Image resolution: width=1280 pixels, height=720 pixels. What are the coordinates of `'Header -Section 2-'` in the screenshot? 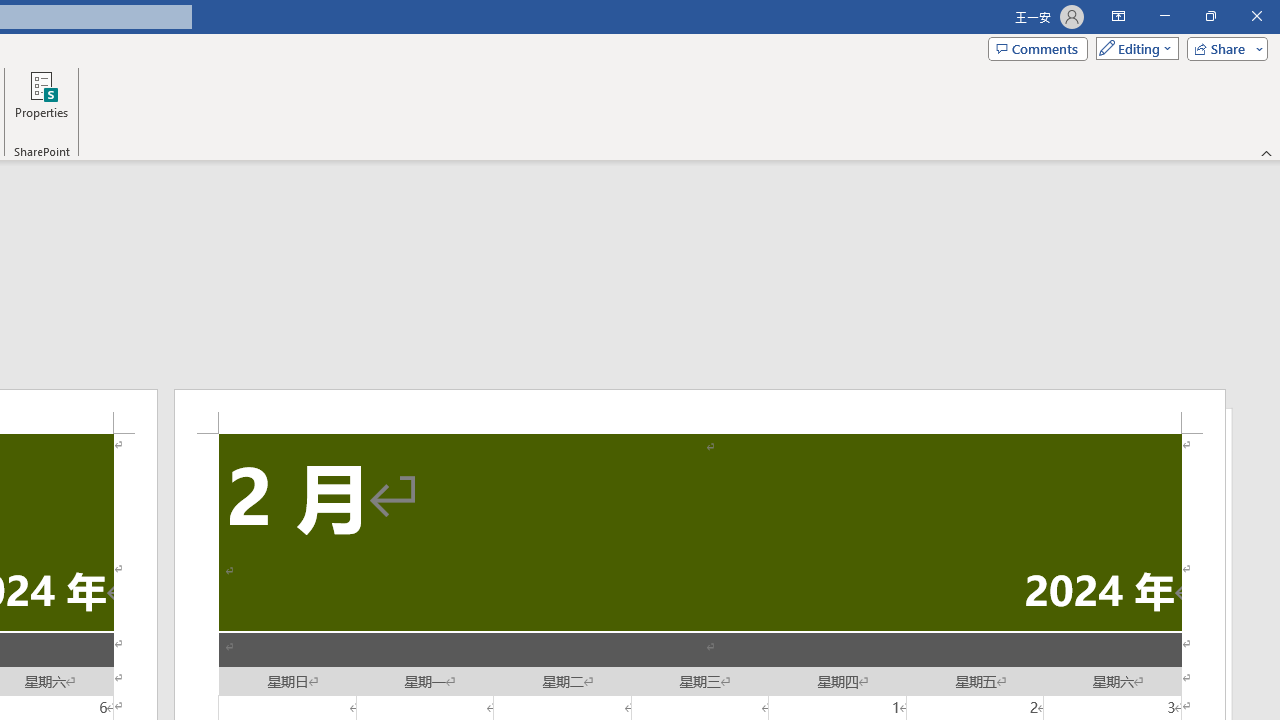 It's located at (700, 410).